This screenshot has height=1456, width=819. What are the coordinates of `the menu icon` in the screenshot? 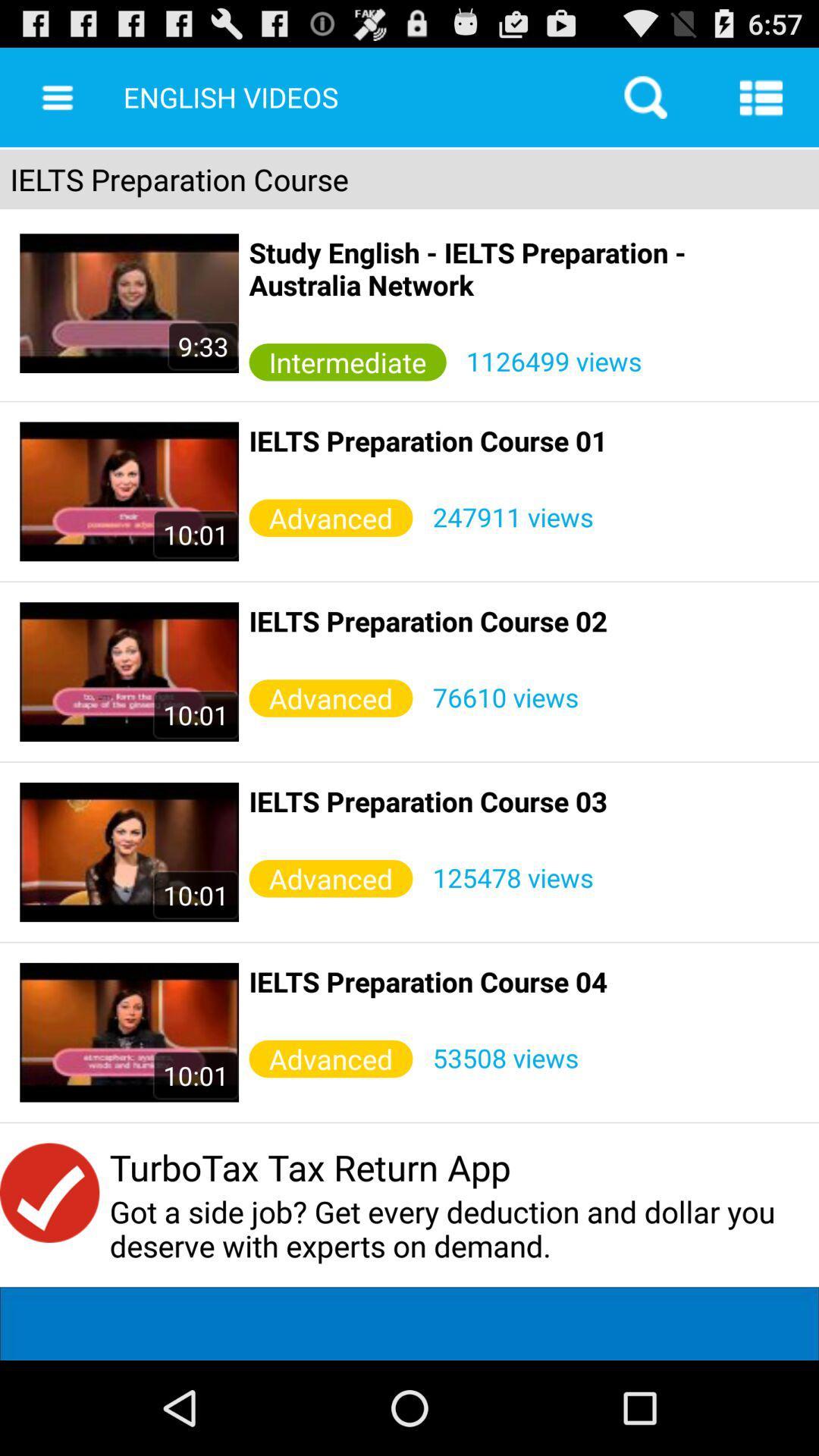 It's located at (57, 103).